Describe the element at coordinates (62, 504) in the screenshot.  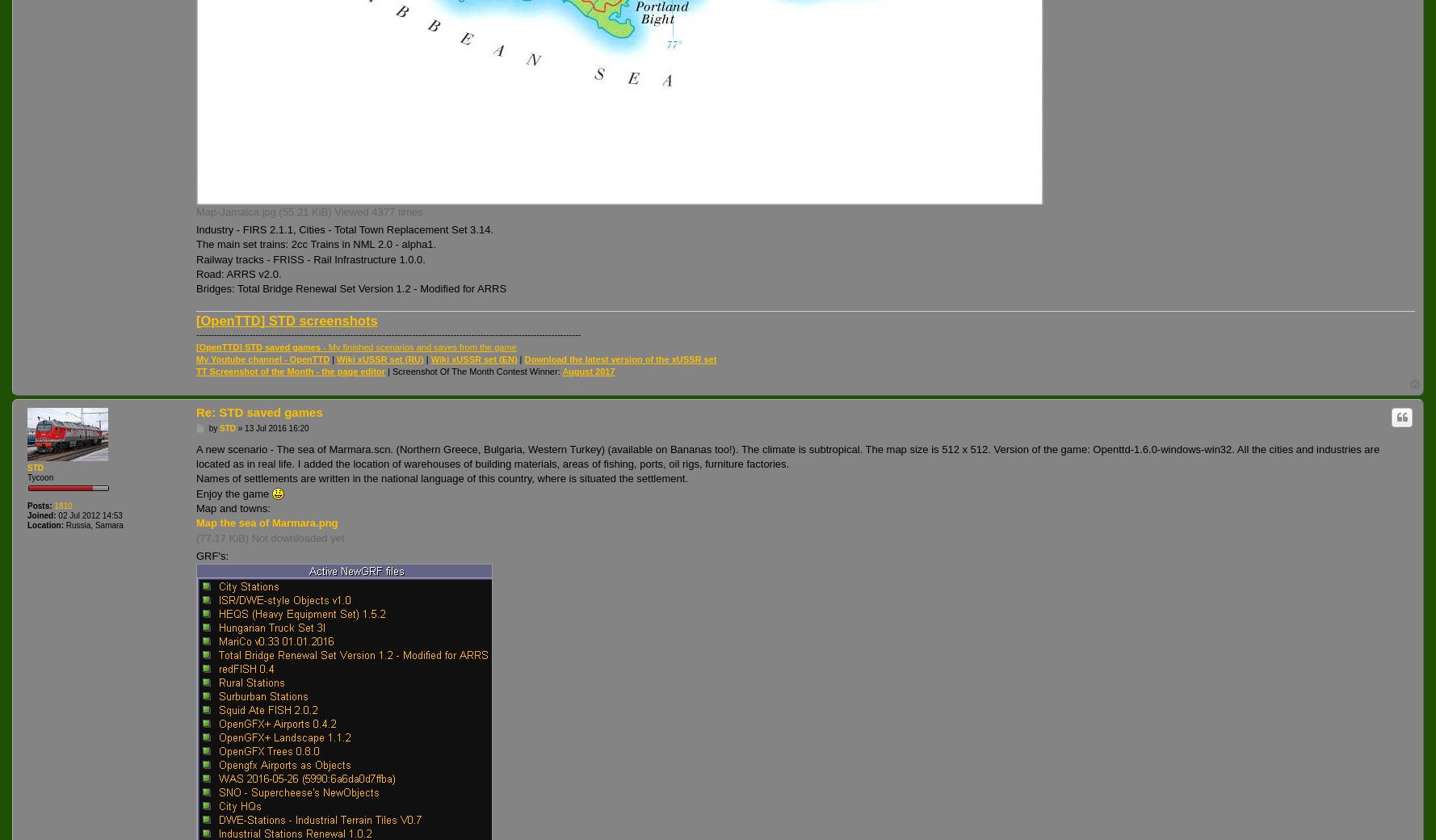
I see `'1810'` at that location.